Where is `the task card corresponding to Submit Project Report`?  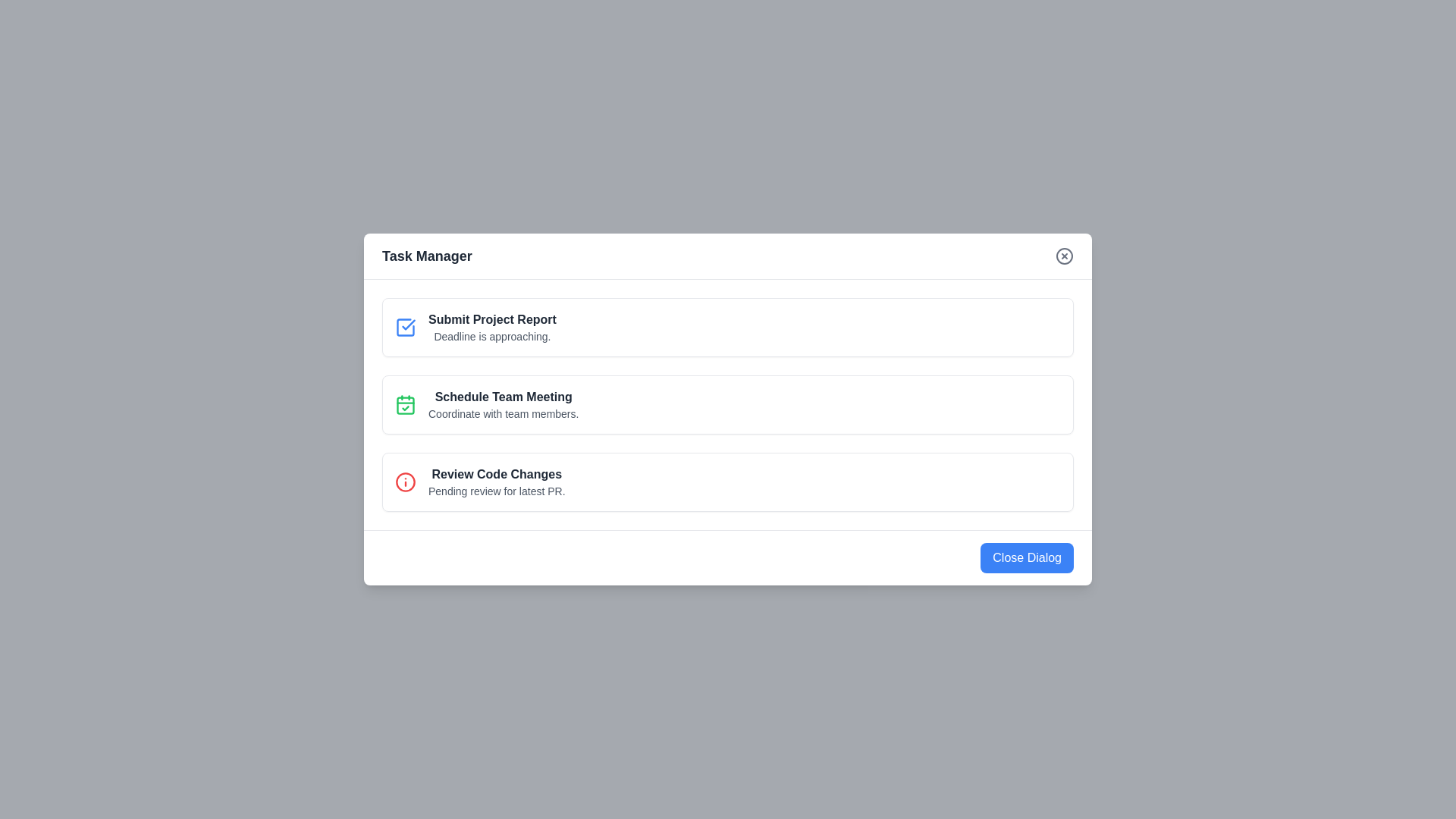 the task card corresponding to Submit Project Report is located at coordinates (728, 327).